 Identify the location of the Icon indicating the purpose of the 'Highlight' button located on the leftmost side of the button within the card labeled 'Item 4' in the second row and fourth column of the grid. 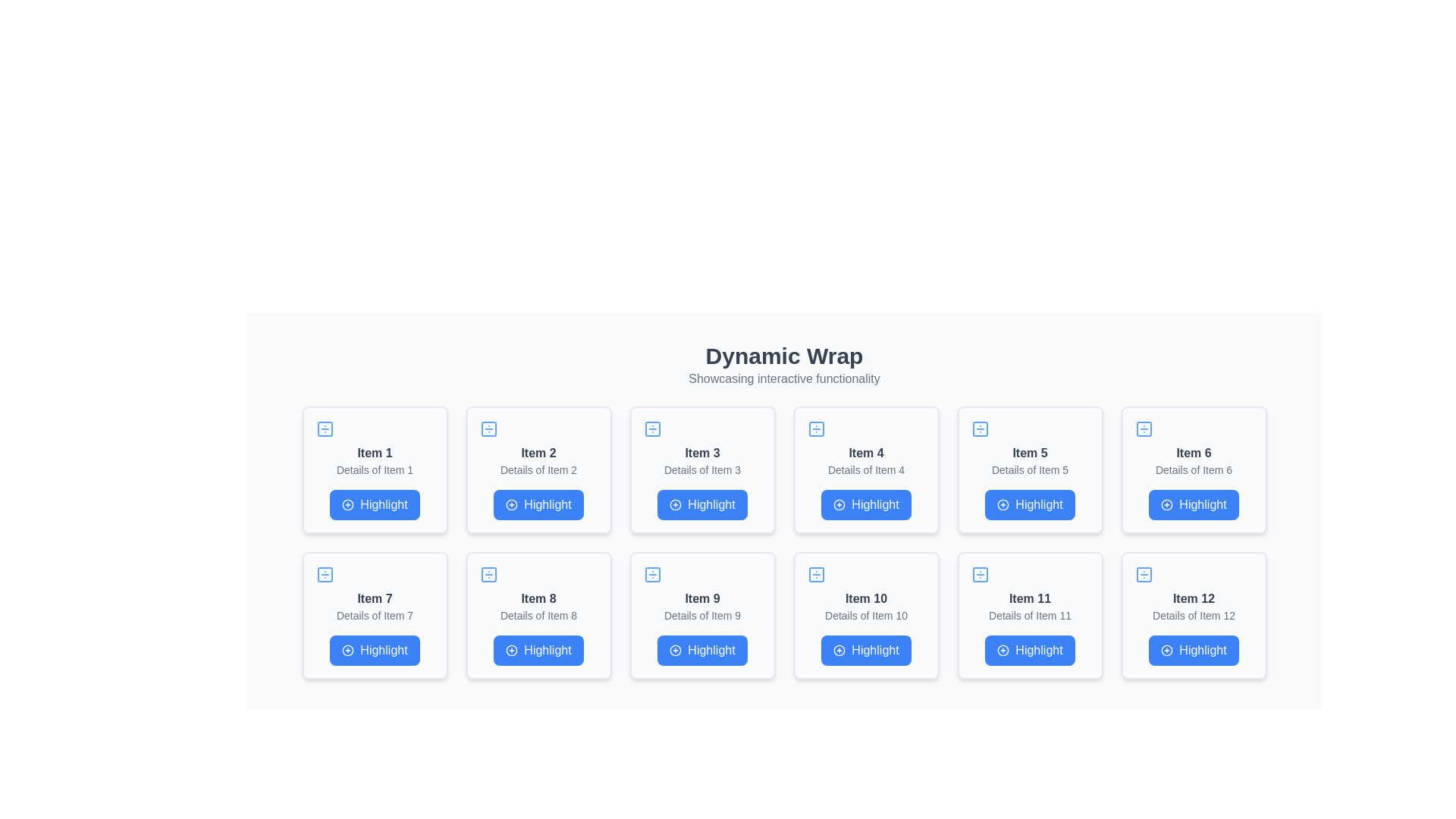
(839, 505).